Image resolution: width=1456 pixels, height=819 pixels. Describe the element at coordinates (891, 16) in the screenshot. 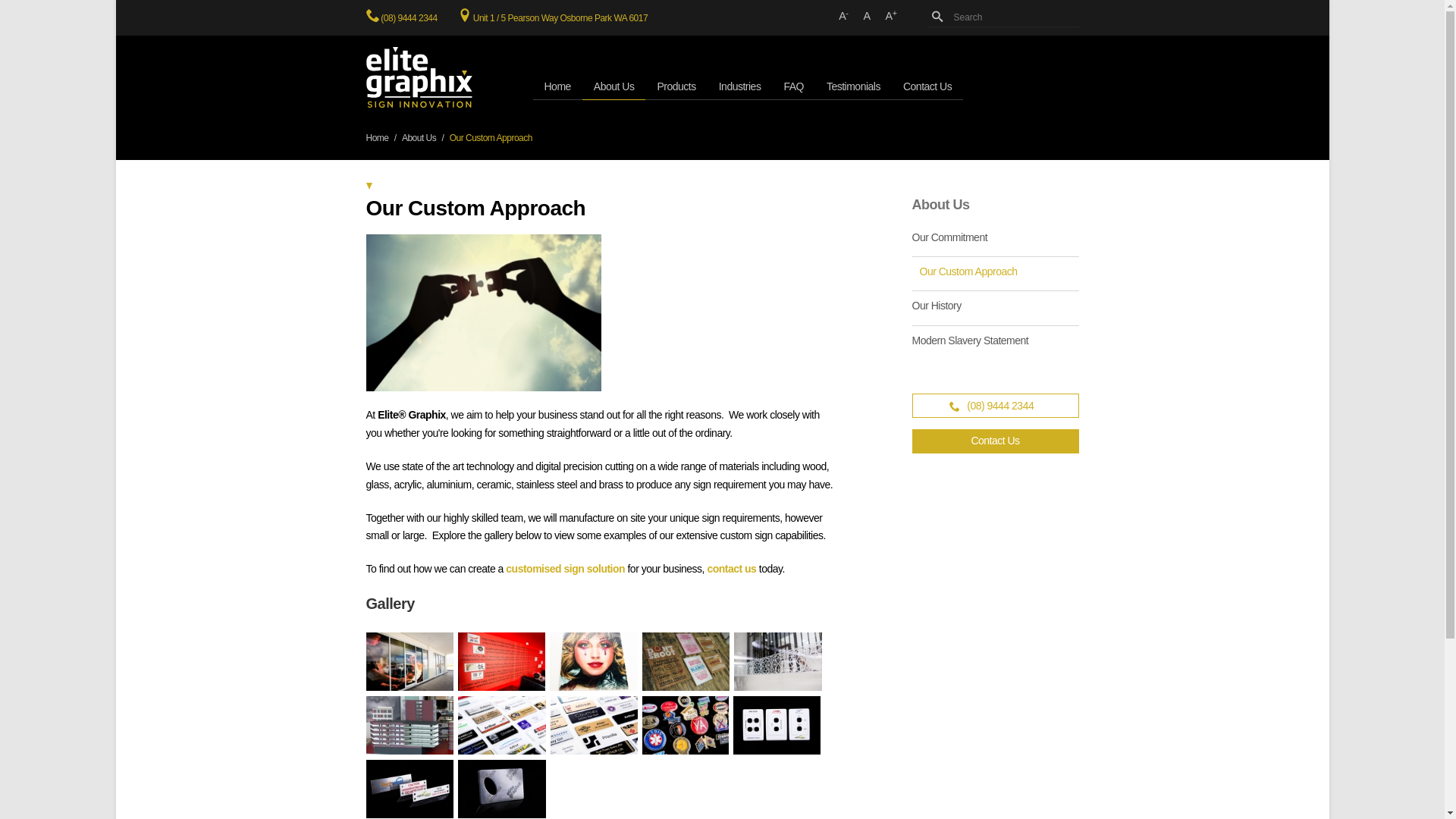

I see `'A+'` at that location.